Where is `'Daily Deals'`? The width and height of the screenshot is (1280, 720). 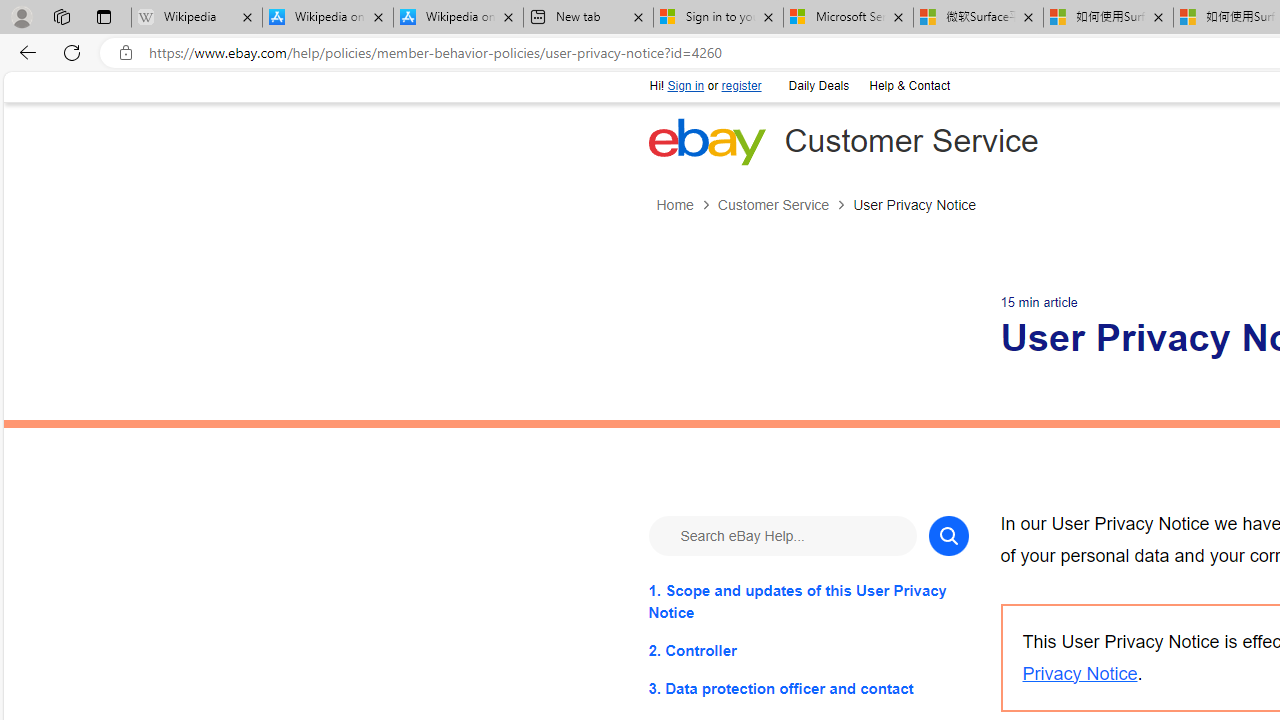 'Daily Deals' is located at coordinates (819, 86).